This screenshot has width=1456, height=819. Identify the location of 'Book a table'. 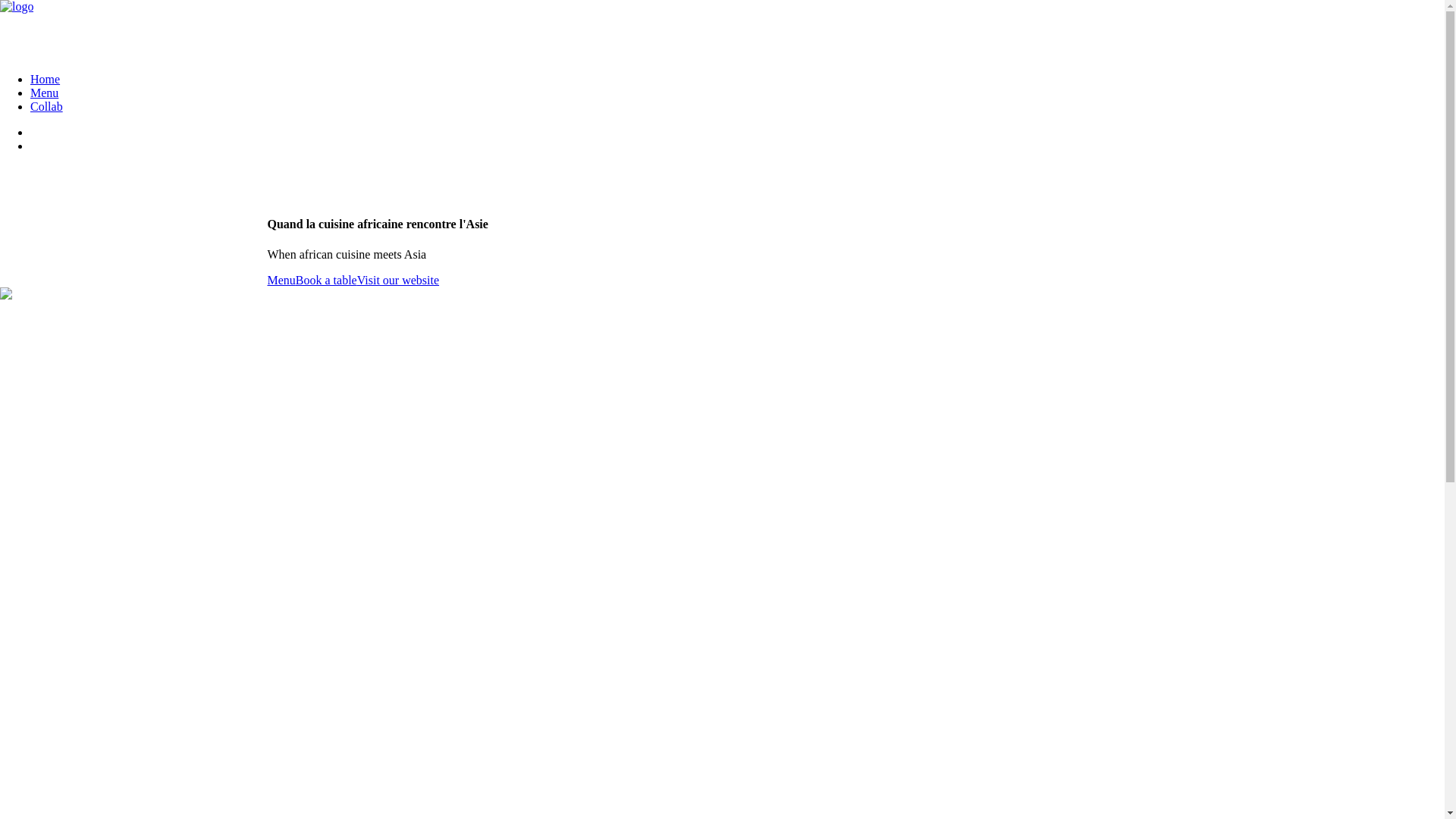
(325, 280).